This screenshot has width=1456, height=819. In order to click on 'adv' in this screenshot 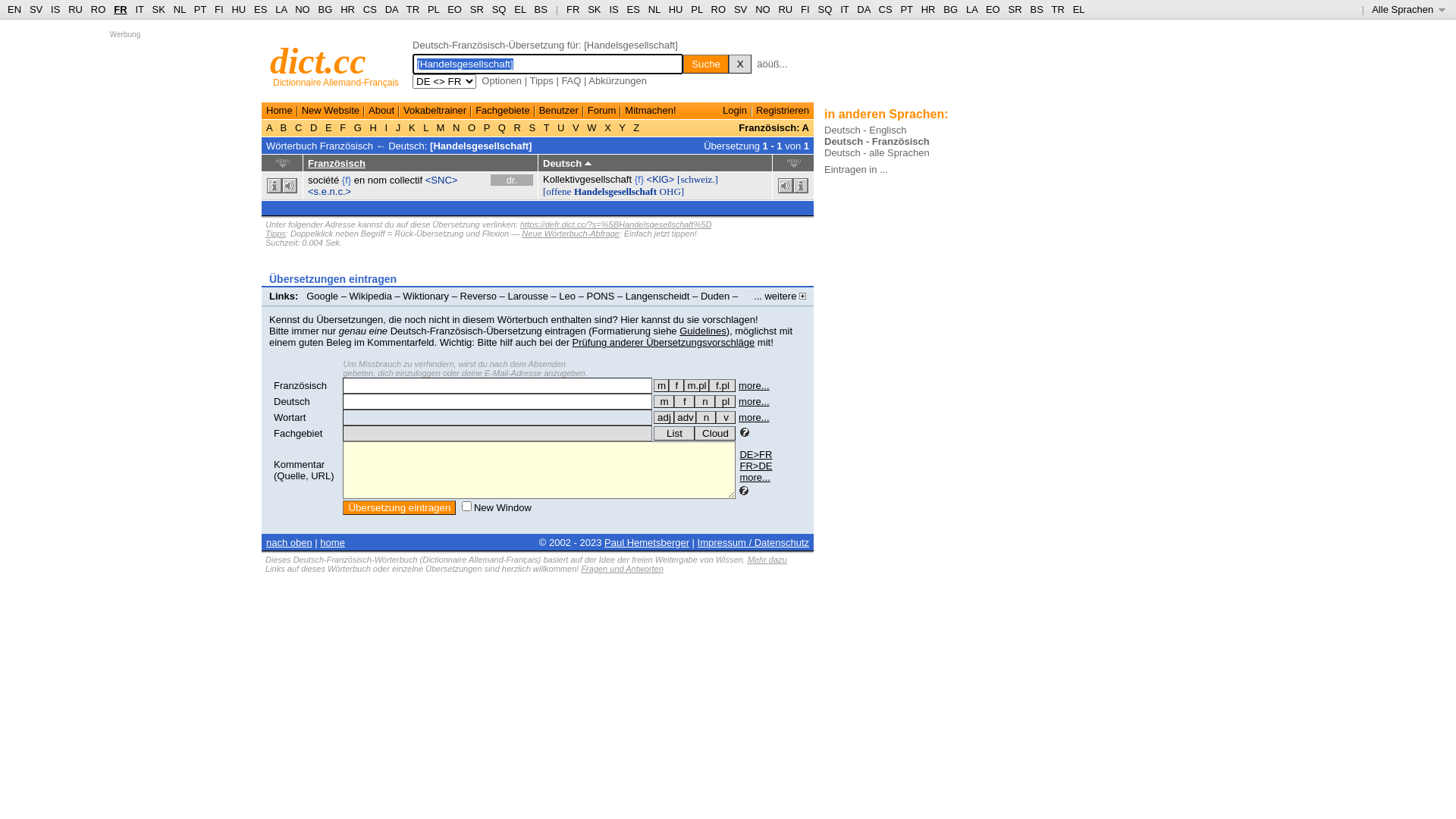, I will do `click(684, 417)`.